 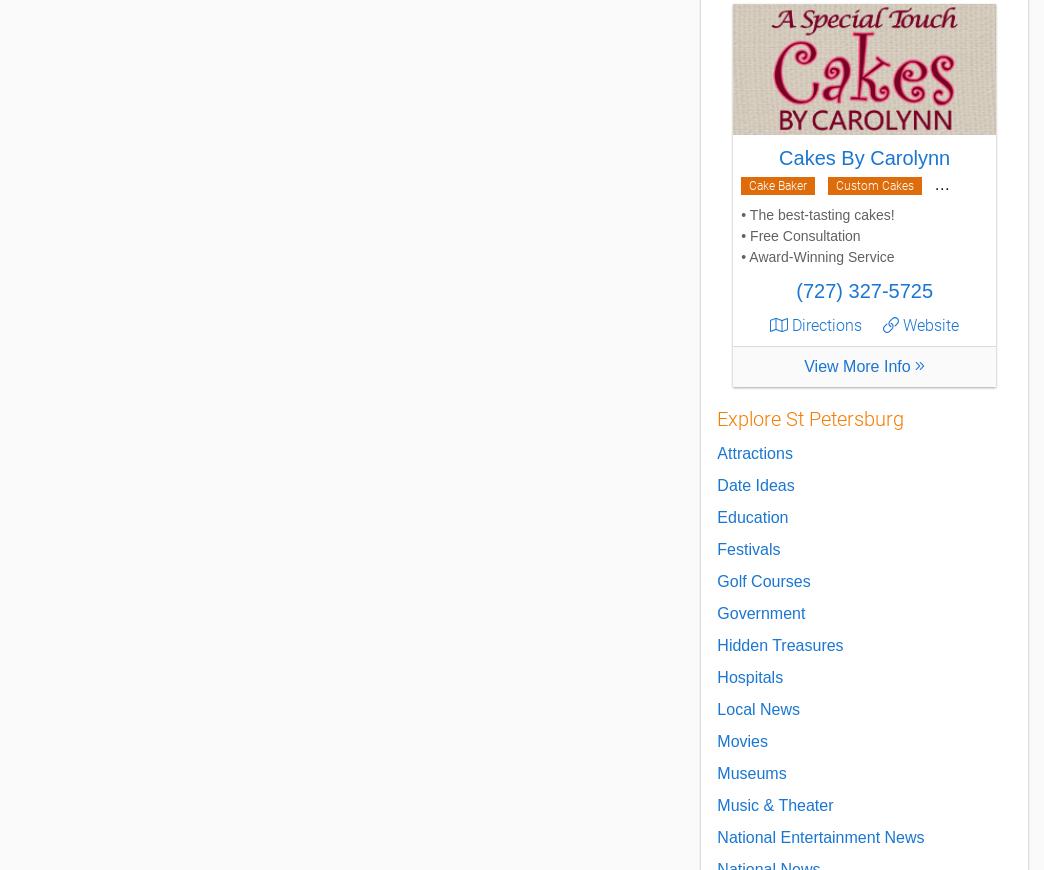 I want to click on '• The best-tasting cakes!', so click(x=816, y=213).